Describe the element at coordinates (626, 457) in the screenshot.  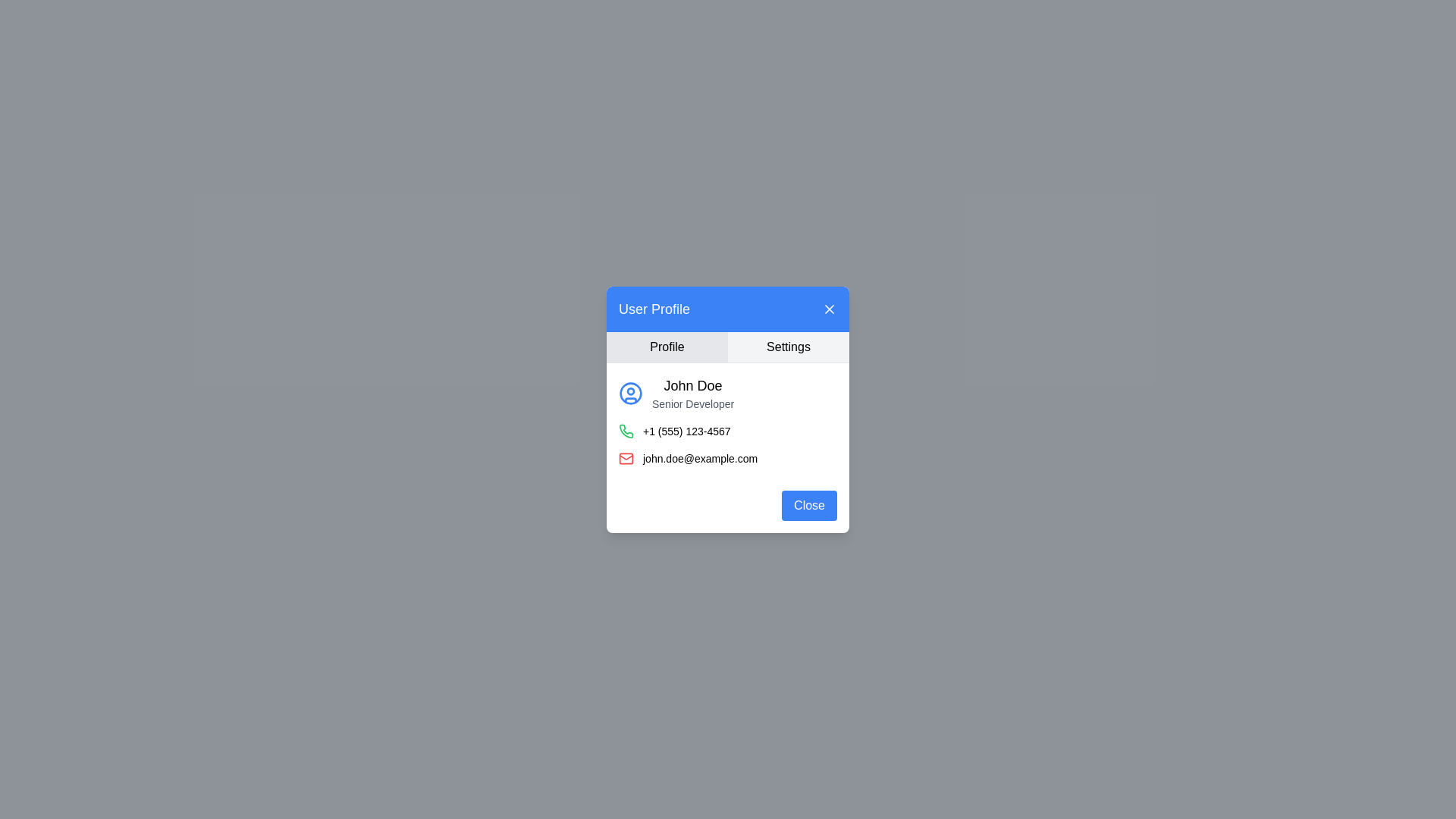
I see `the email icon located on the lower portion of the user profile panel, which precedes the email text 'john.doe@example.com'` at that location.